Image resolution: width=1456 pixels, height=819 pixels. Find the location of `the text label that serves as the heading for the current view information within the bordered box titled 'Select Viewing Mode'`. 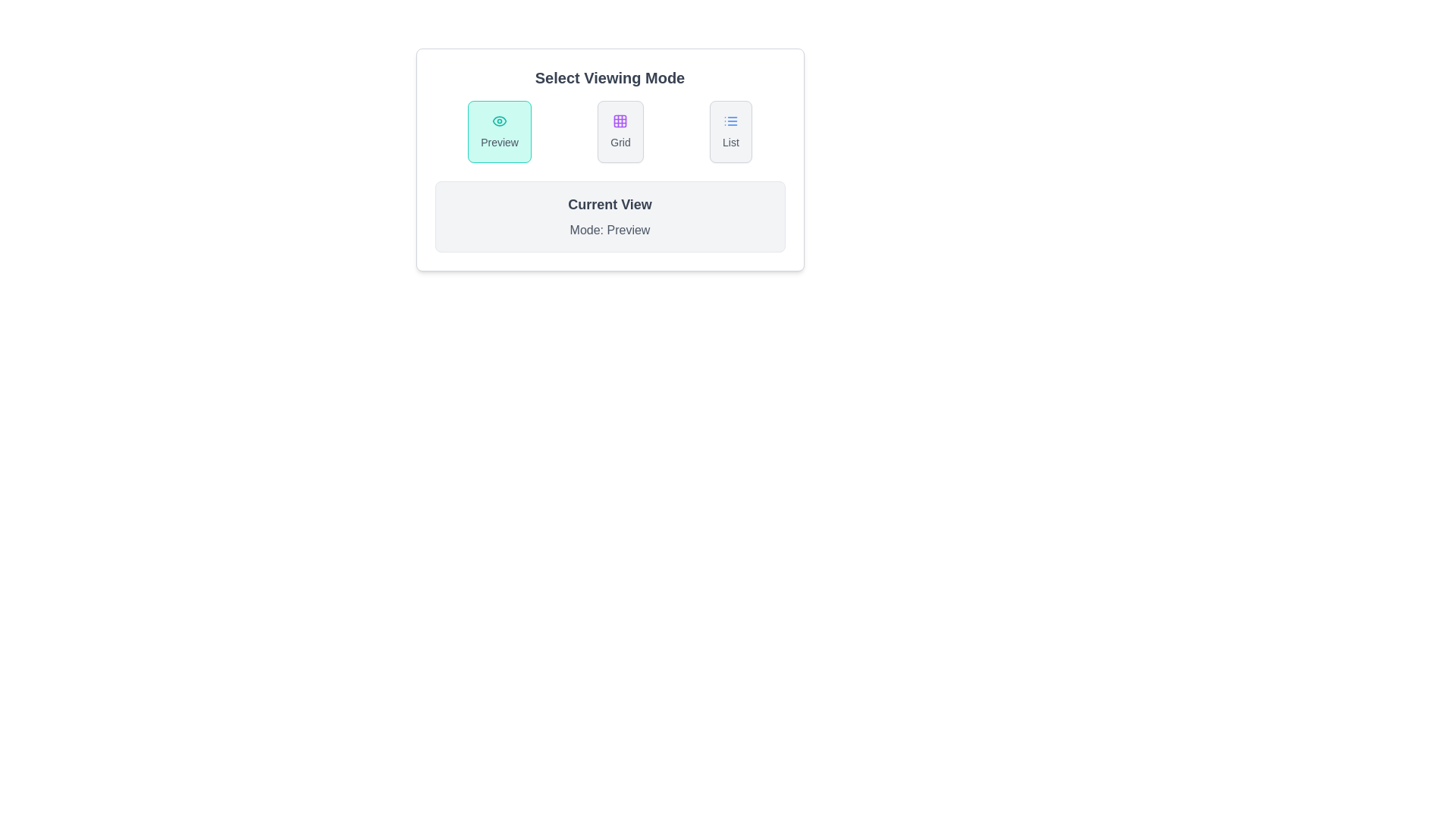

the text label that serves as the heading for the current view information within the bordered box titled 'Select Viewing Mode' is located at coordinates (610, 205).